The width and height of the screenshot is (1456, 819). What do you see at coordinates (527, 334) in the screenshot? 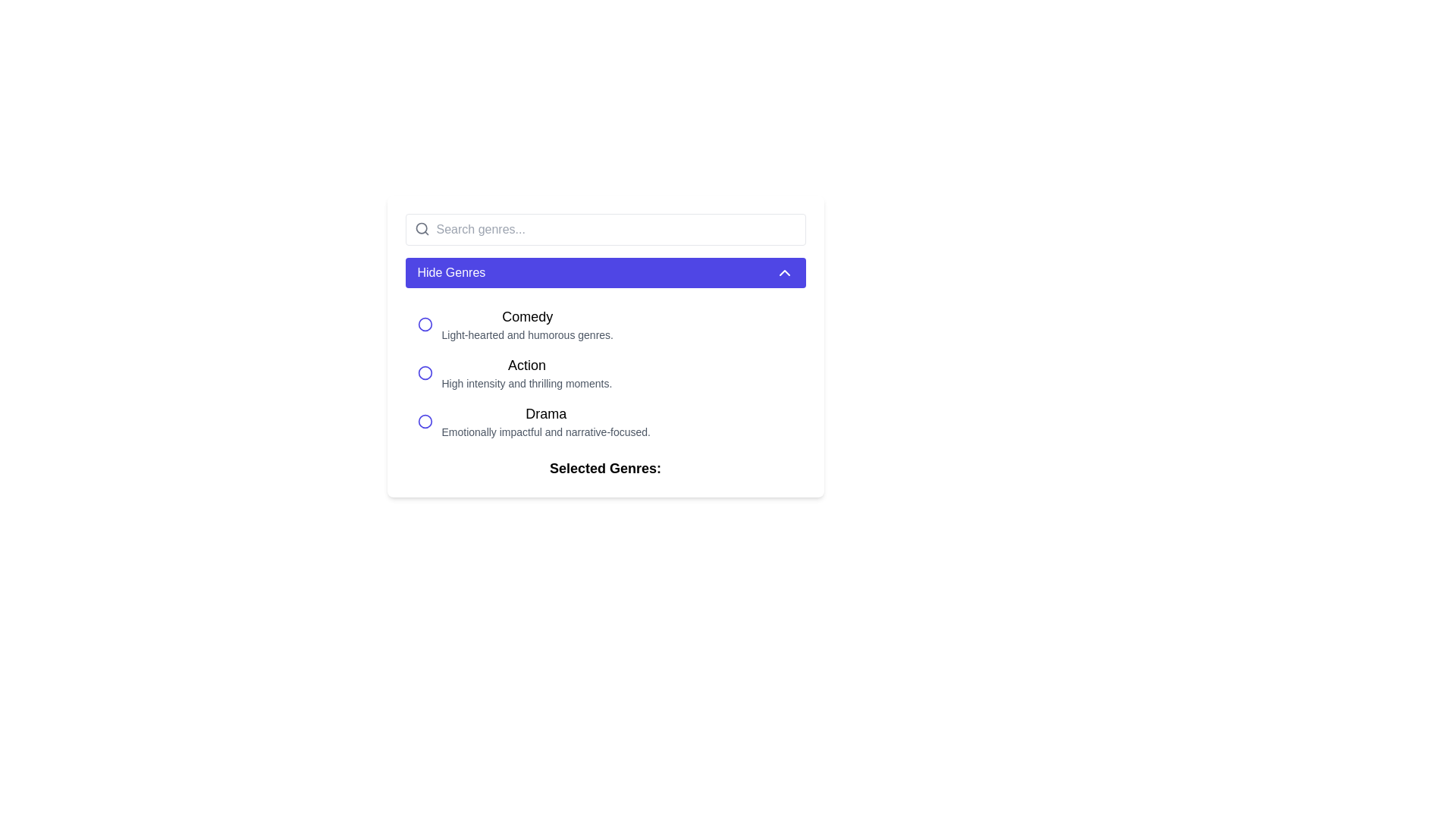
I see `the text label displaying 'Light-hearted and humorous genres.' which is located directly below the 'Comedy' title in the UI` at bounding box center [527, 334].